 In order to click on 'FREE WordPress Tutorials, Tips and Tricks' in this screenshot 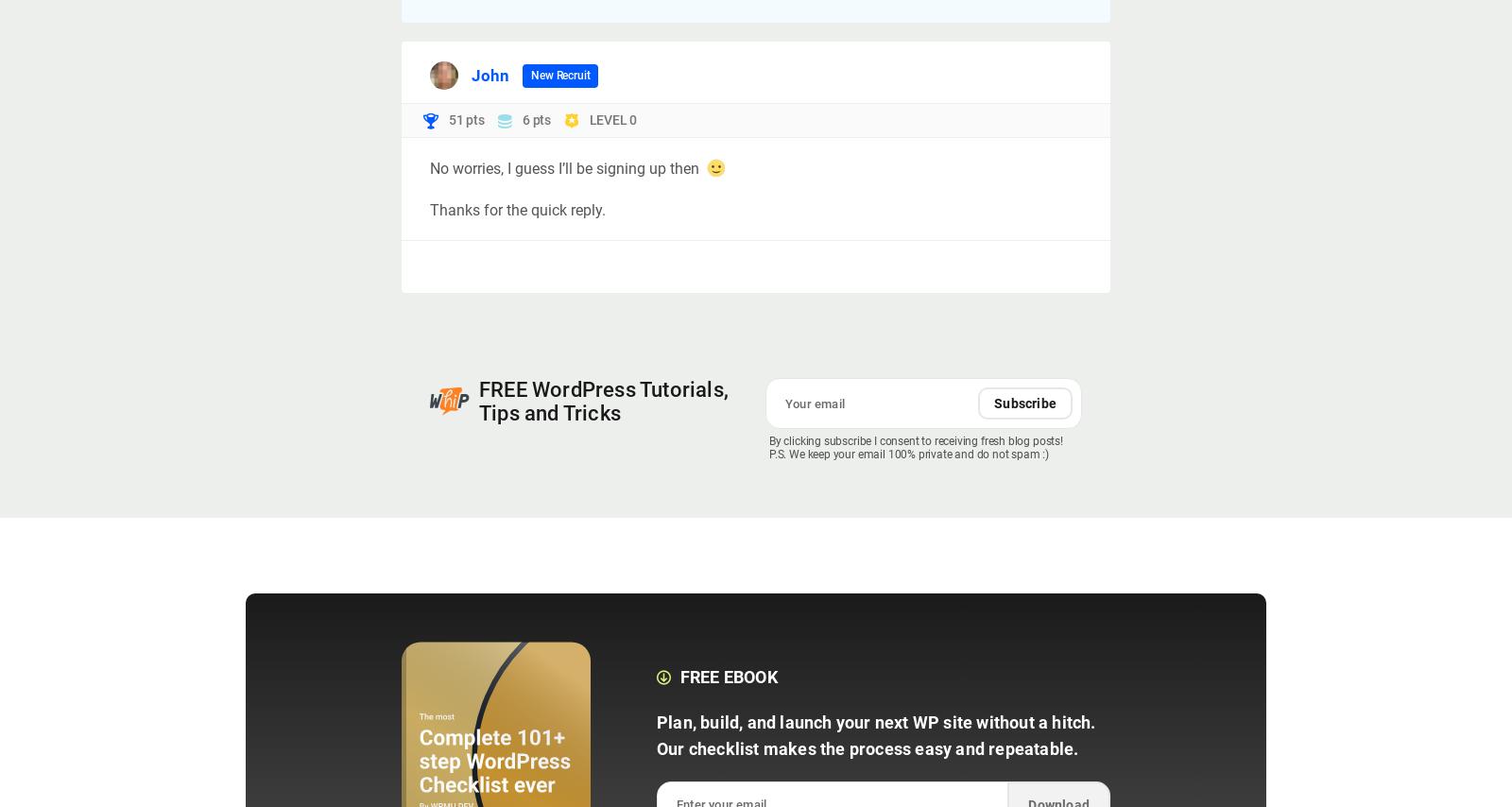, I will do `click(604, 402)`.